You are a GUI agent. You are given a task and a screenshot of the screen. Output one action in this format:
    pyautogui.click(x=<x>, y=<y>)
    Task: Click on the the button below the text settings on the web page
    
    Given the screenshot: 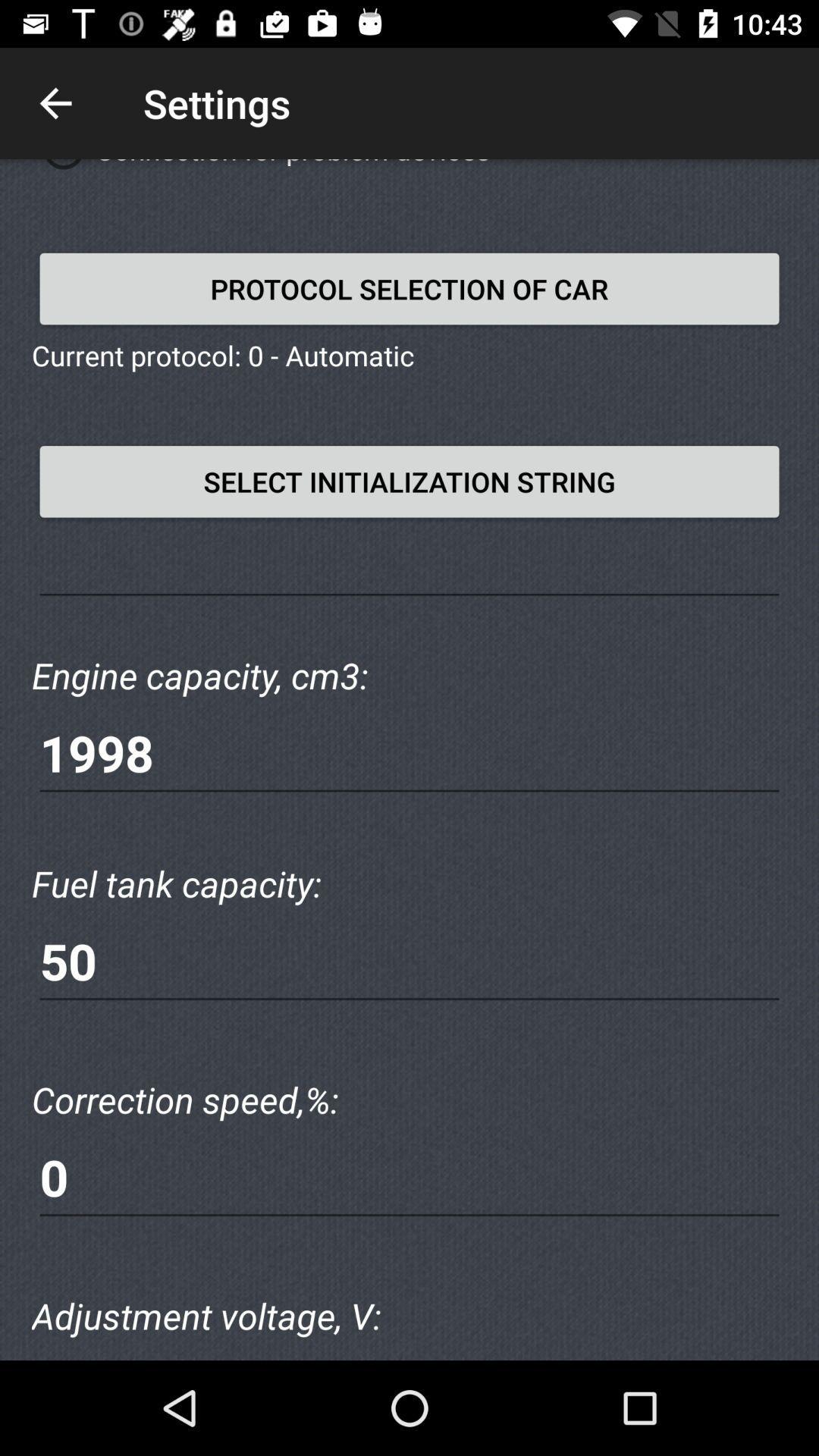 What is the action you would take?
    pyautogui.click(x=409, y=288)
    